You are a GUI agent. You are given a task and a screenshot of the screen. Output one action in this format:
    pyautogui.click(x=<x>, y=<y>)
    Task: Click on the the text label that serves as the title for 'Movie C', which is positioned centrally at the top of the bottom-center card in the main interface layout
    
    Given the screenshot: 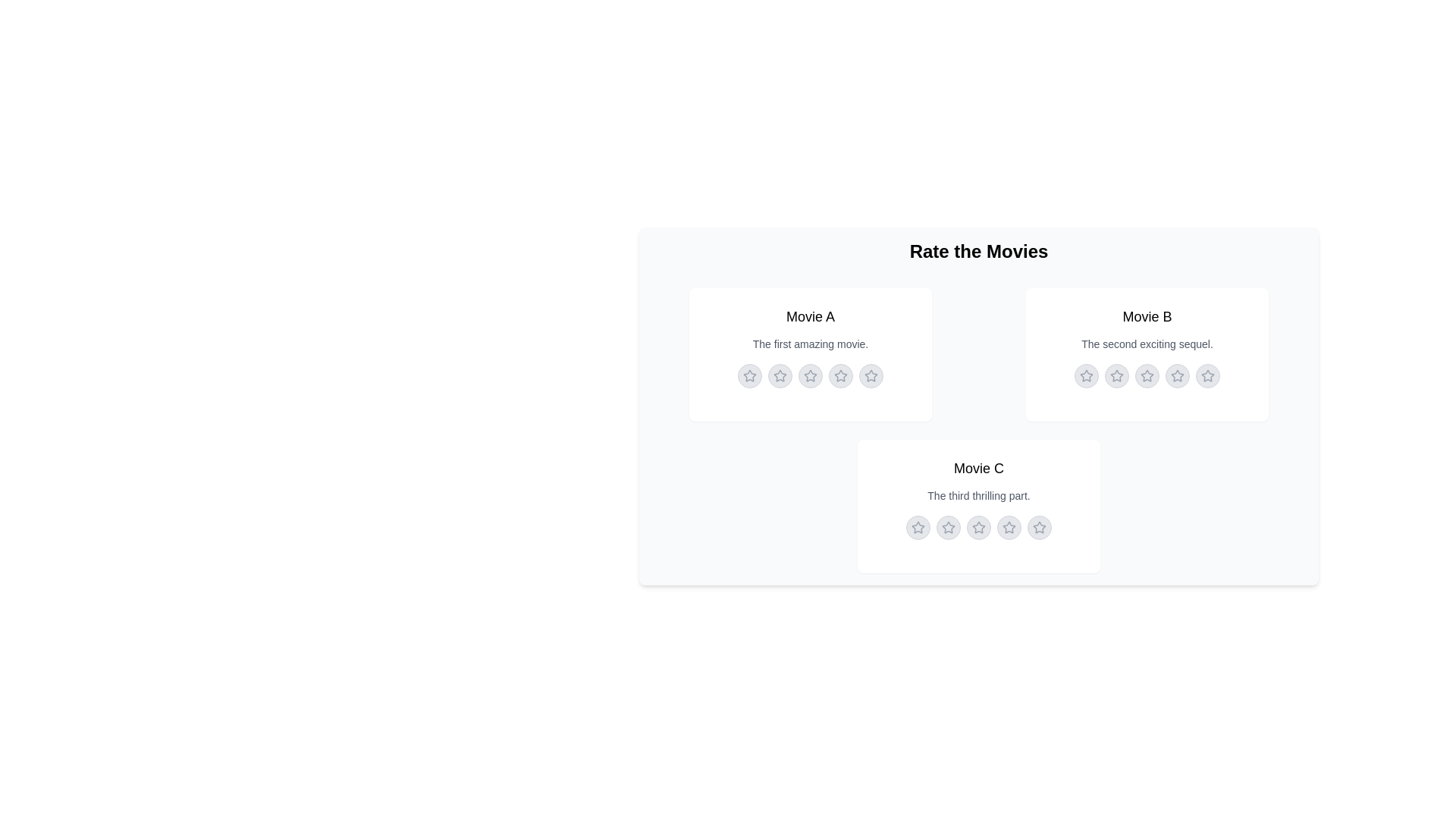 What is the action you would take?
    pyautogui.click(x=979, y=467)
    